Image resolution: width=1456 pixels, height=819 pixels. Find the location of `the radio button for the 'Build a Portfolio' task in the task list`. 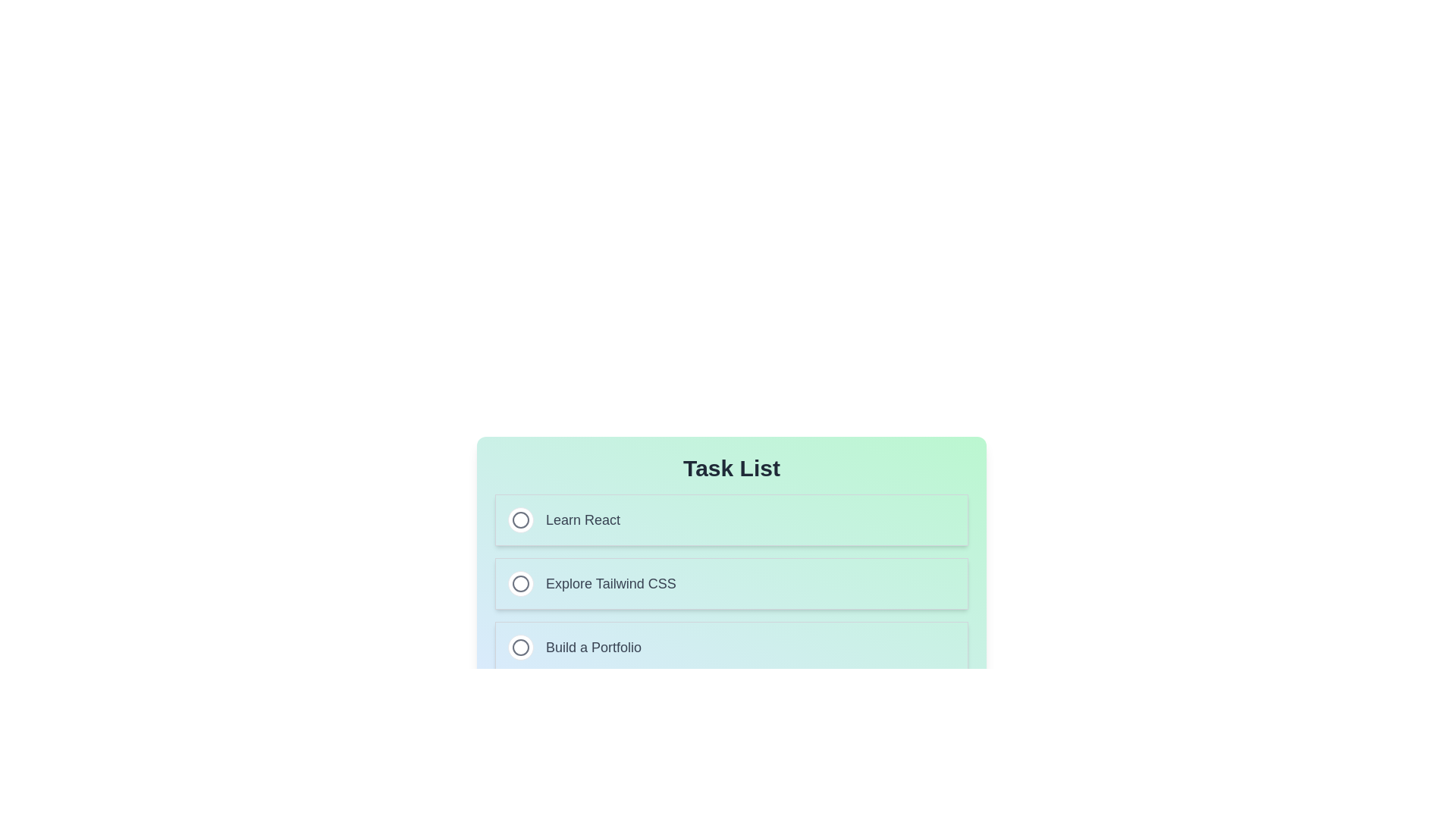

the radio button for the 'Build a Portfolio' task in the task list is located at coordinates (520, 647).